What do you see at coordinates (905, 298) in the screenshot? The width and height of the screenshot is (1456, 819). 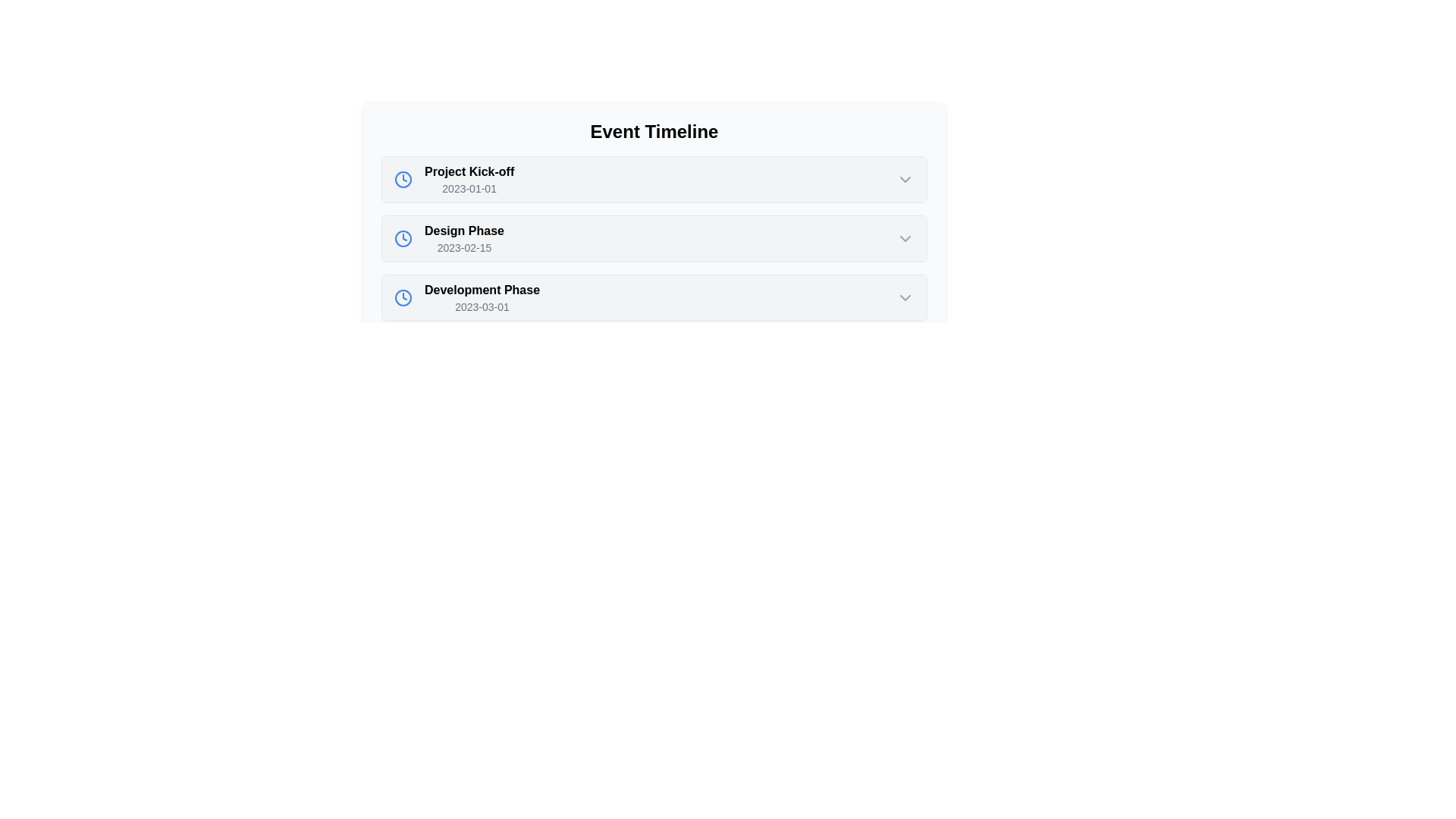 I see `the chevron icon on the far right side of the 'Development Phase' row` at bounding box center [905, 298].